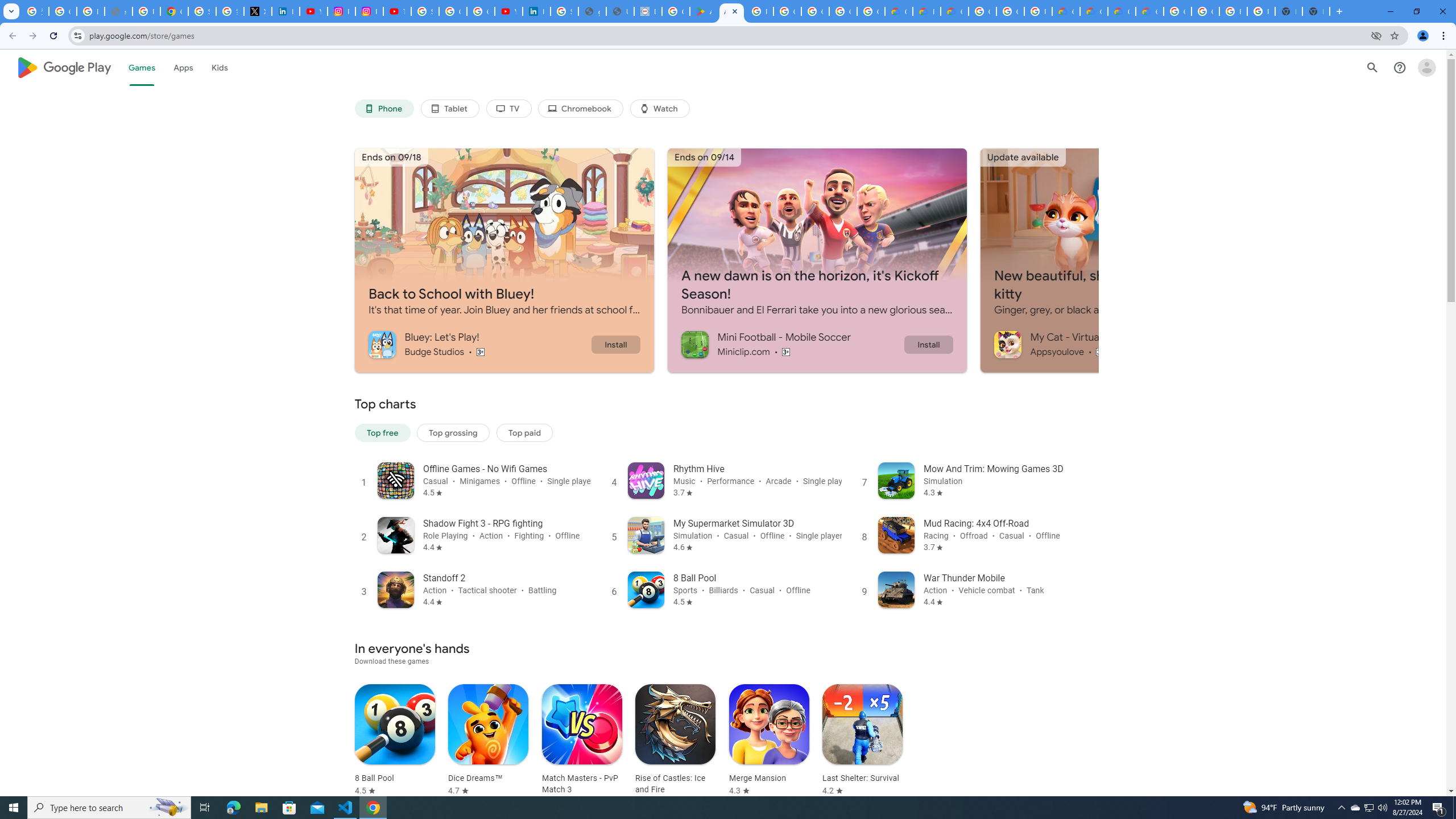 This screenshot has height=819, width=1456. Describe the element at coordinates (1426, 67) in the screenshot. I see `'Open account menu'` at that location.